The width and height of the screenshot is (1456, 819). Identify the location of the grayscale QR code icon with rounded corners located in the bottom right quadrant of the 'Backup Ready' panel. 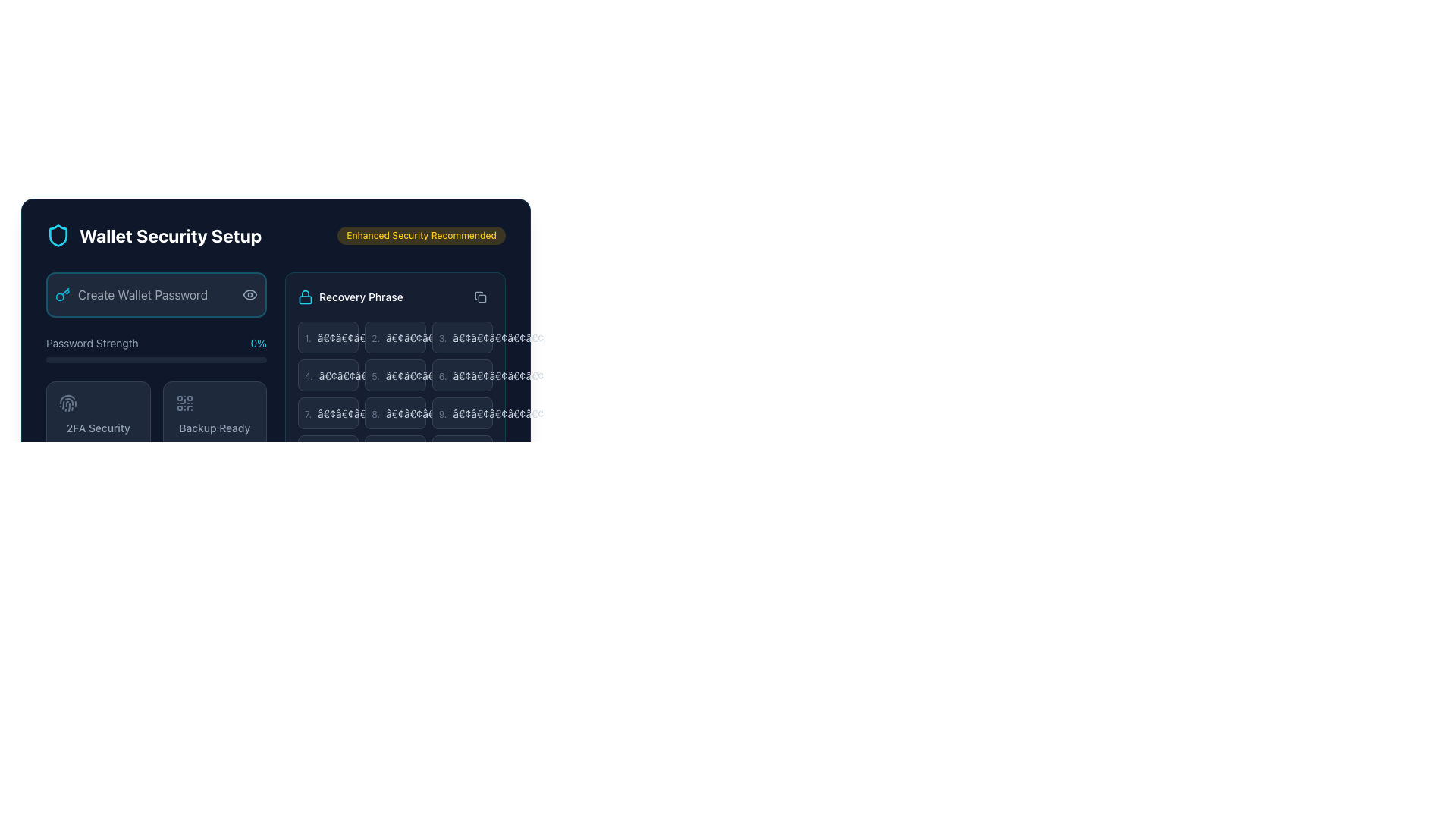
(184, 403).